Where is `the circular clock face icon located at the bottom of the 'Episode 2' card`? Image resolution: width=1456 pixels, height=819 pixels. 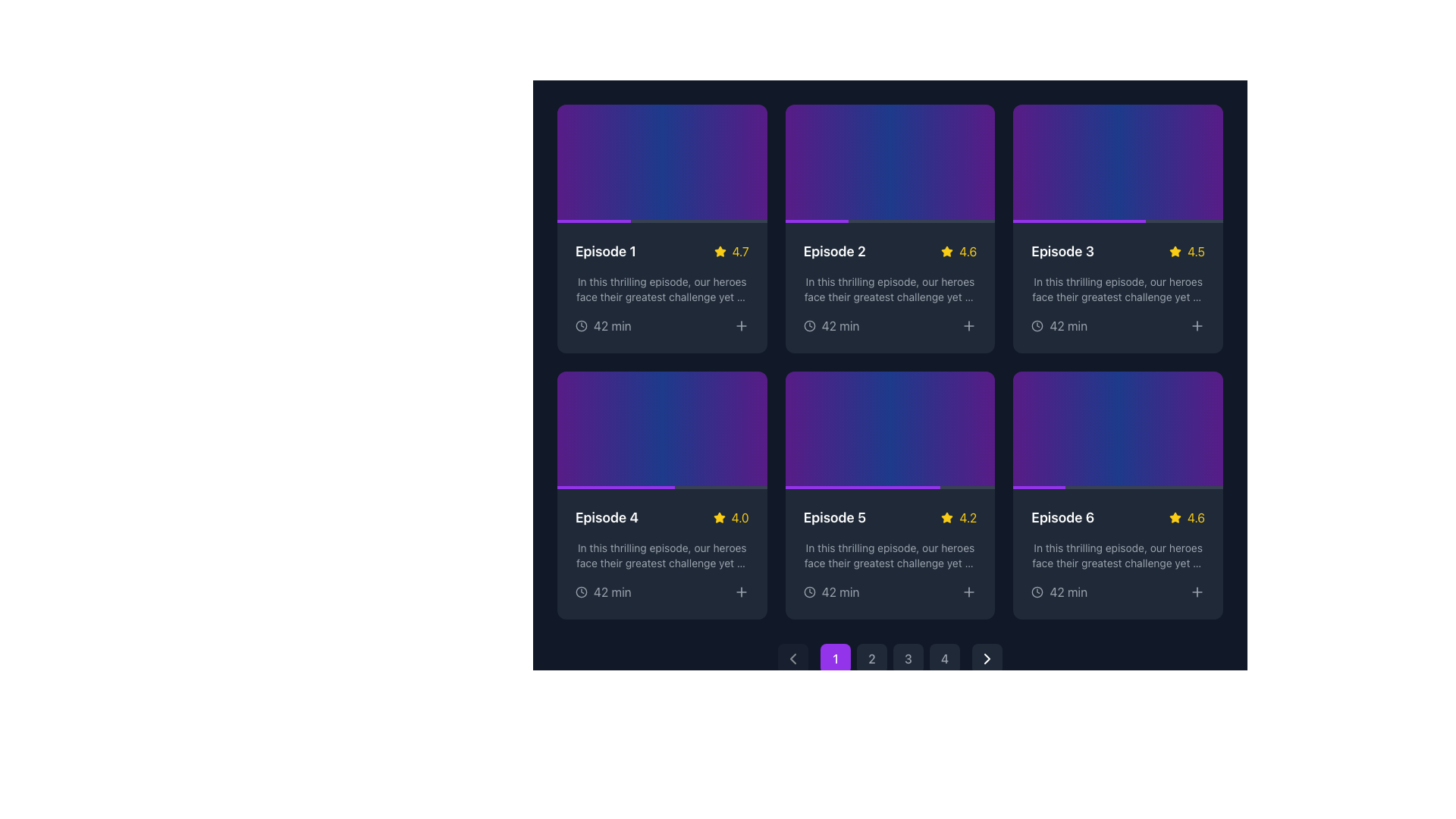
the circular clock face icon located at the bottom of the 'Episode 2' card is located at coordinates (808, 325).